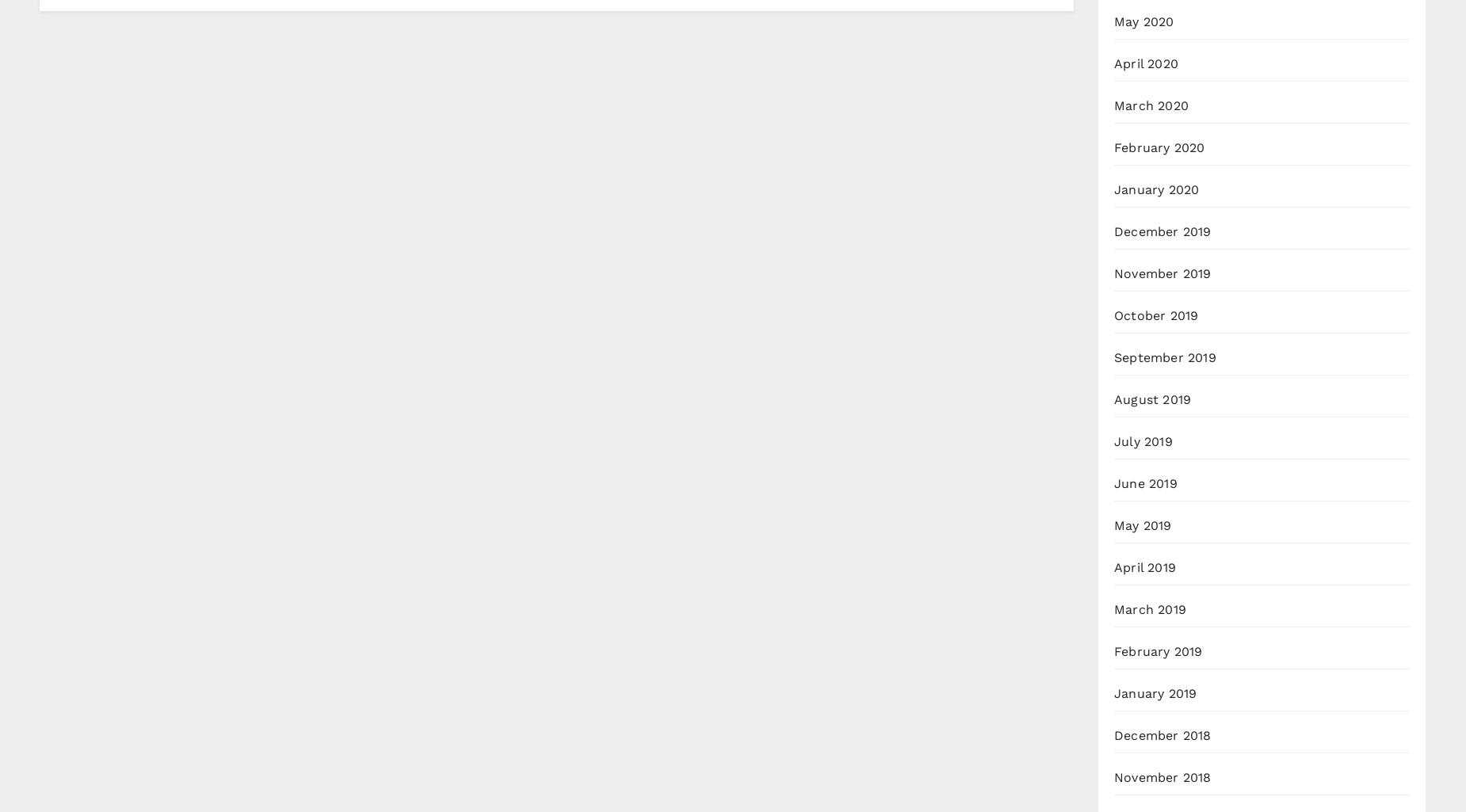  I want to click on 'April 2020', so click(1114, 63).